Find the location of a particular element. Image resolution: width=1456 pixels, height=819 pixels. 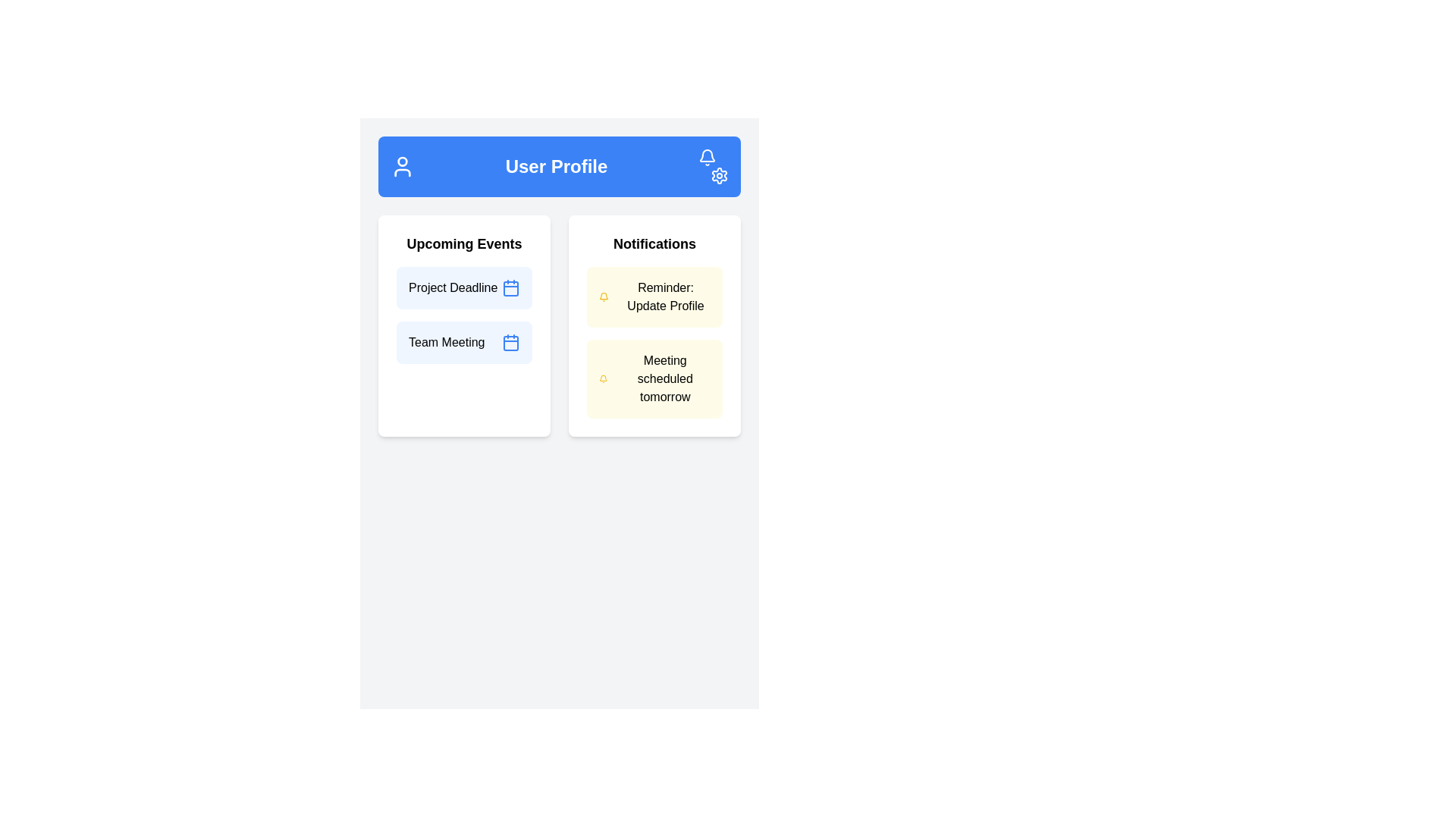

the circular part of the user avatar icon located at the top area of the interface, which is part of the user profile icon in the header bar is located at coordinates (403, 161).